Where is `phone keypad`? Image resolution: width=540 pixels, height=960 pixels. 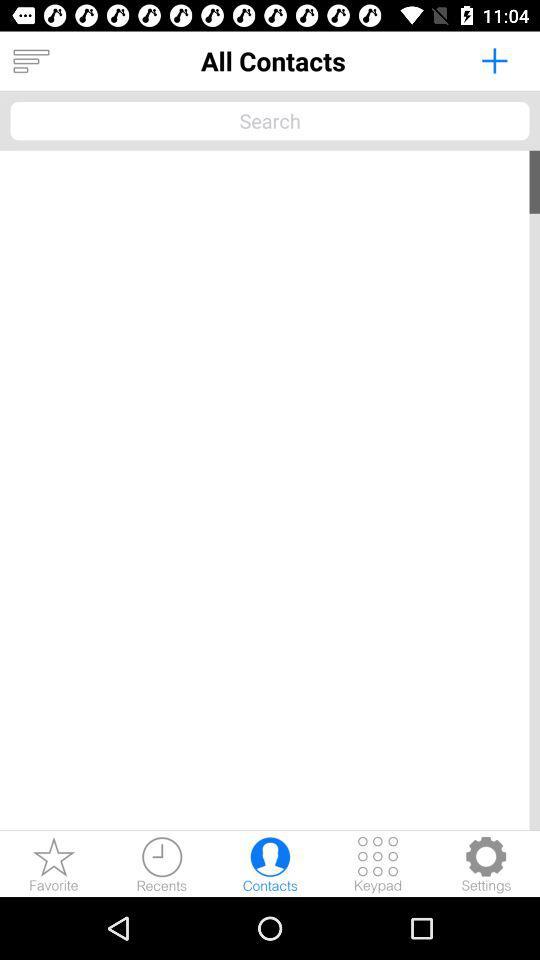
phone keypad is located at coordinates (378, 863).